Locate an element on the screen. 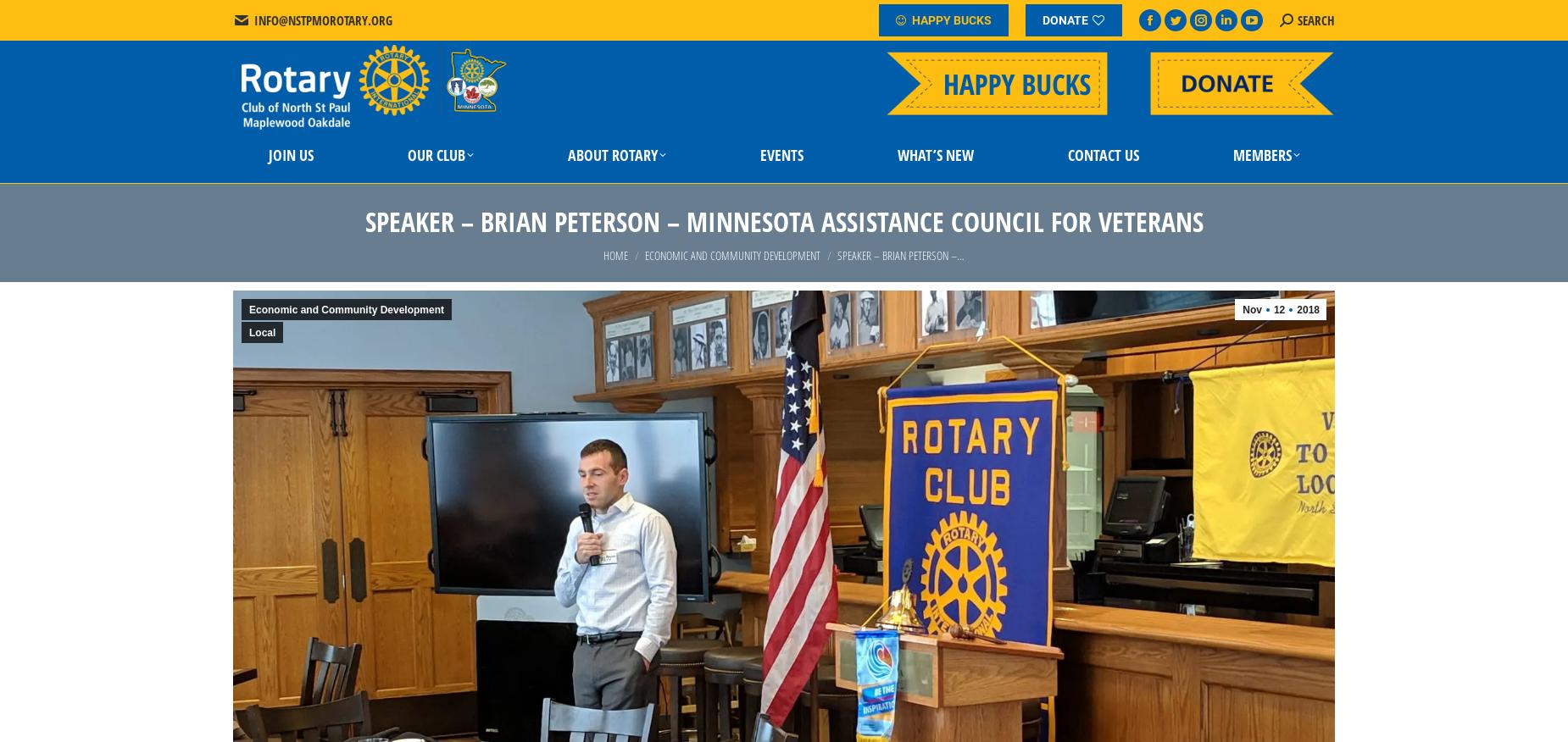 This screenshot has height=742, width=1568. 'Rotary Grants' is located at coordinates (425, 280).